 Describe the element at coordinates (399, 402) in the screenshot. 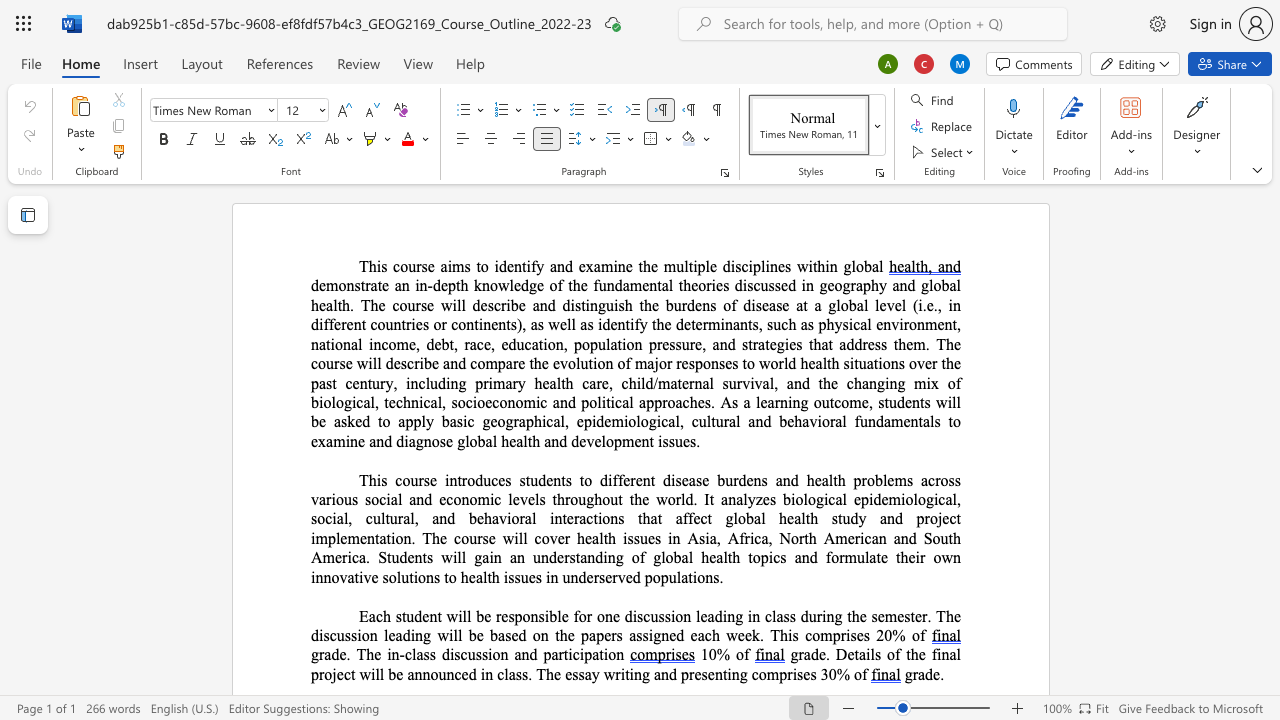

I see `the 15th character "c" in the text` at that location.